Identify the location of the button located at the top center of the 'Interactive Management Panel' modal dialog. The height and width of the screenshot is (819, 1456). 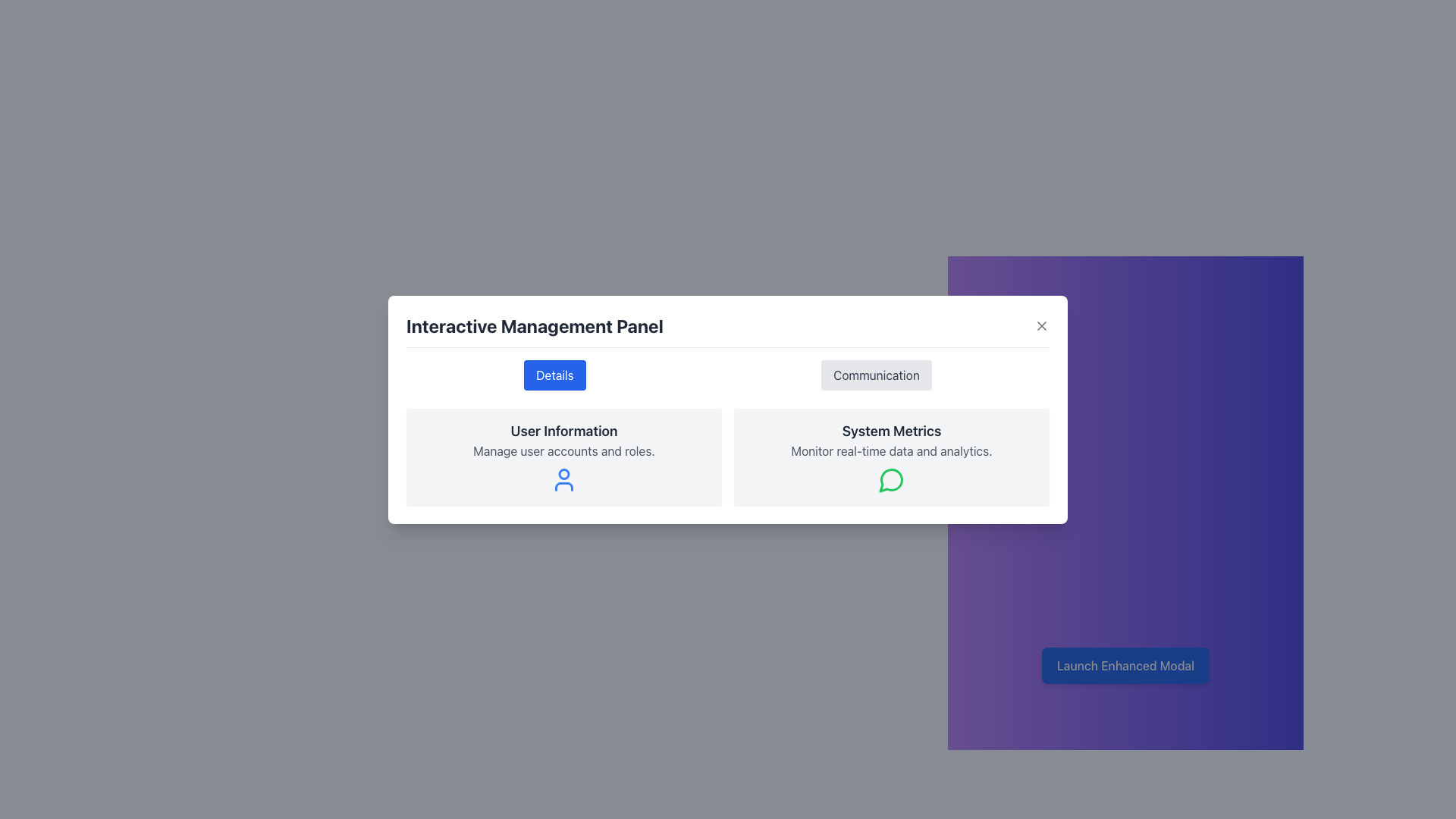
(554, 375).